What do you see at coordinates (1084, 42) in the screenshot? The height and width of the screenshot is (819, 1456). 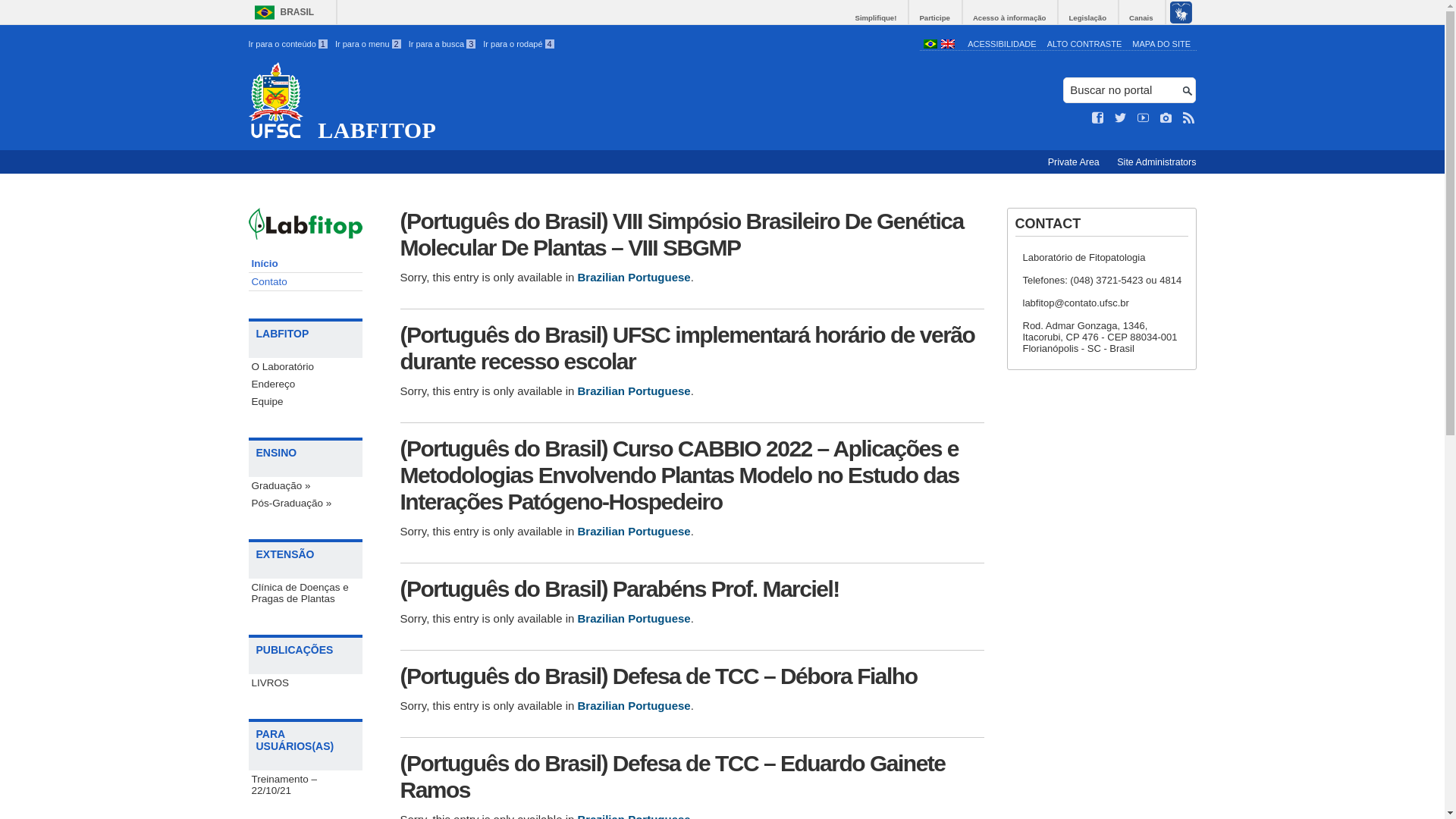 I see `'ALTO CONTRASTE'` at bounding box center [1084, 42].